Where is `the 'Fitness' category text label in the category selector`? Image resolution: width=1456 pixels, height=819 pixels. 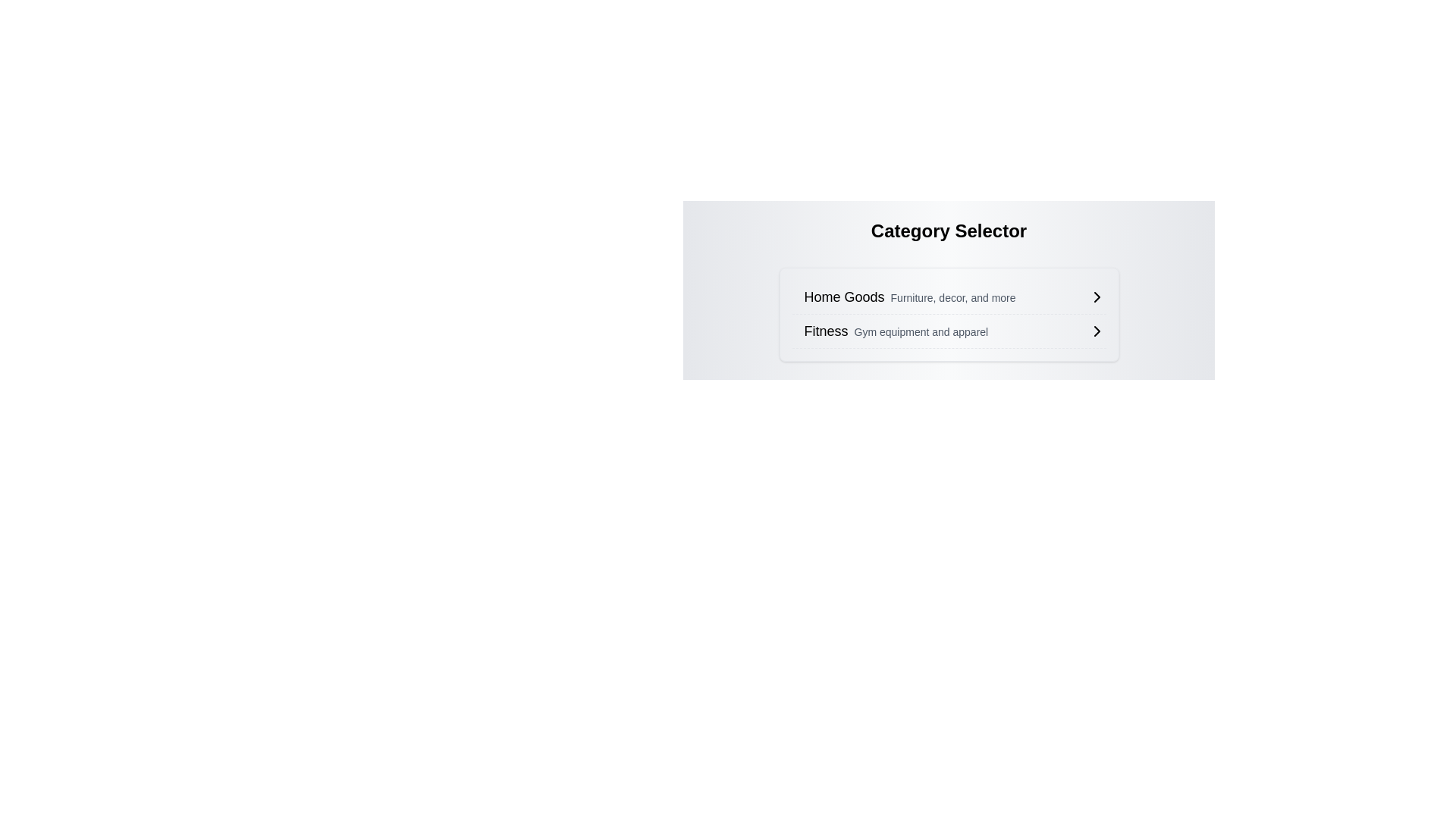 the 'Fitness' category text label in the category selector is located at coordinates (896, 330).